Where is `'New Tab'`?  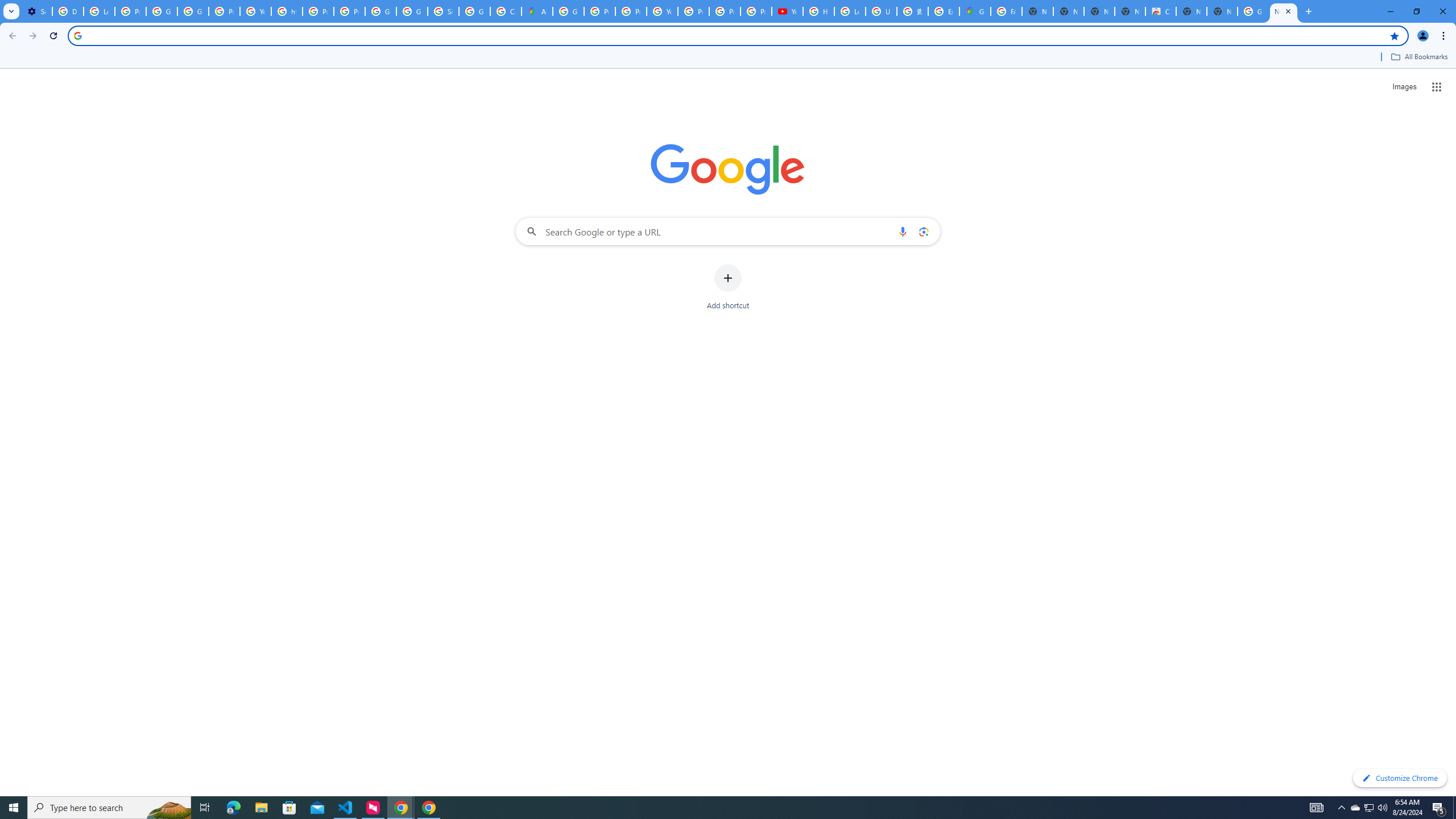 'New Tab' is located at coordinates (1222, 11).